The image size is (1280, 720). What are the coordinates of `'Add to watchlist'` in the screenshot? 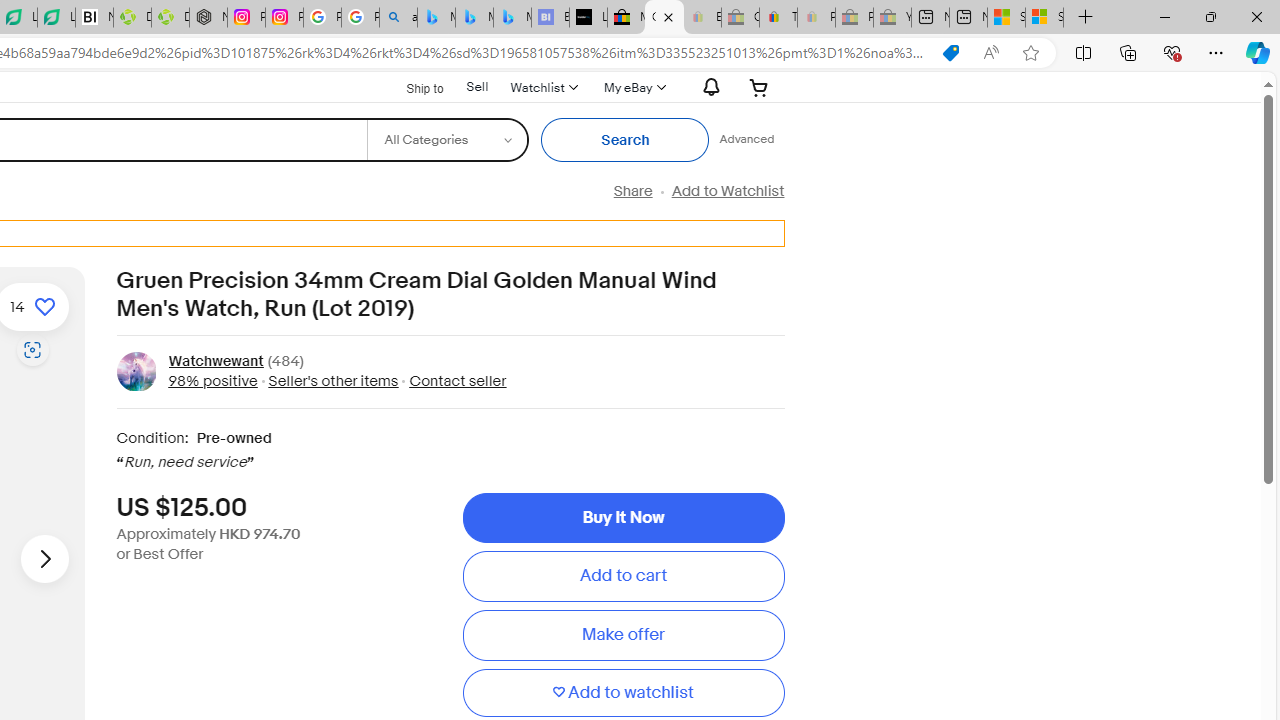 It's located at (622, 692).